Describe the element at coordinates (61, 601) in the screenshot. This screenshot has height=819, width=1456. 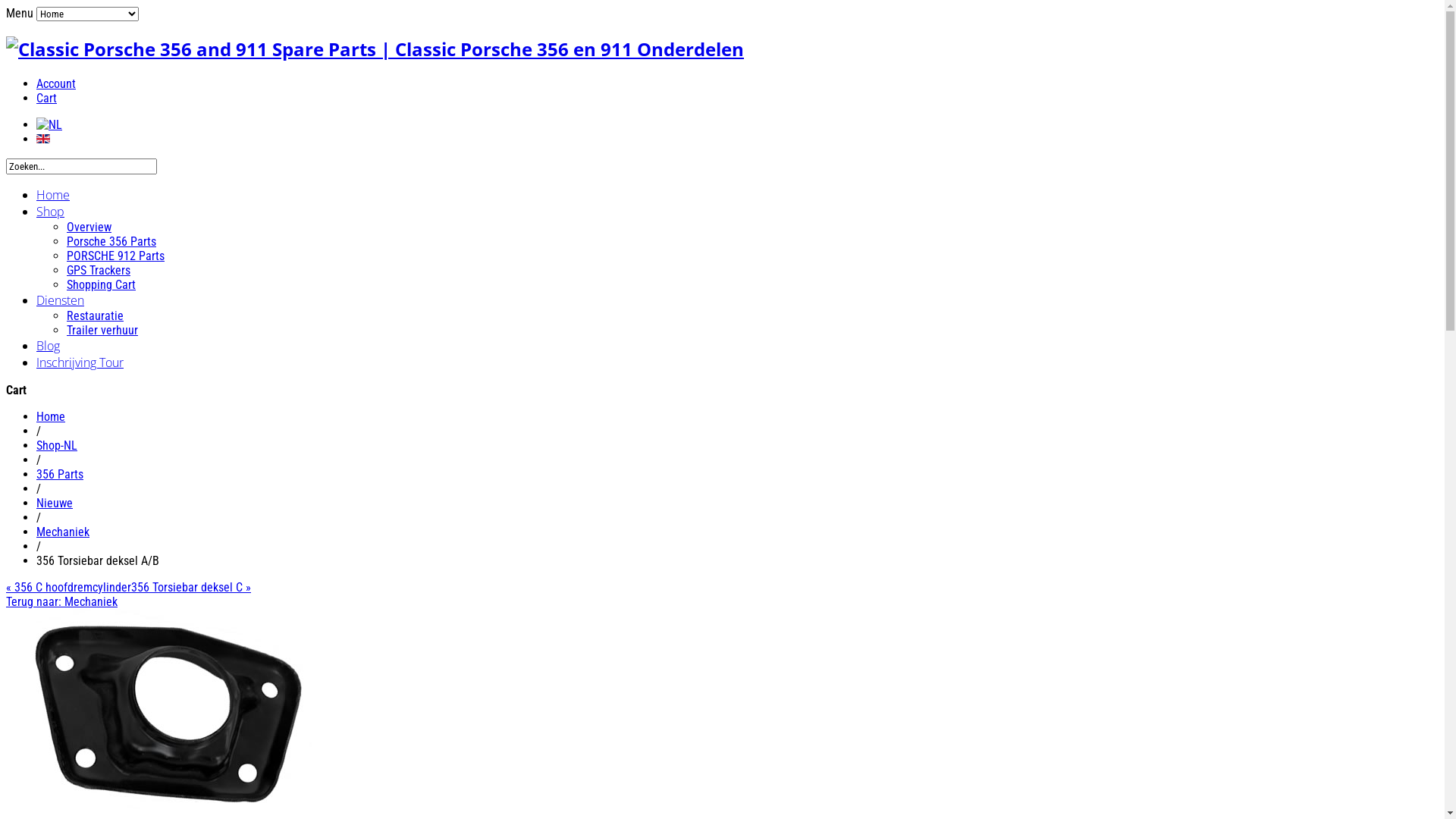
I see `'Terug naar: Mechaniek'` at that location.